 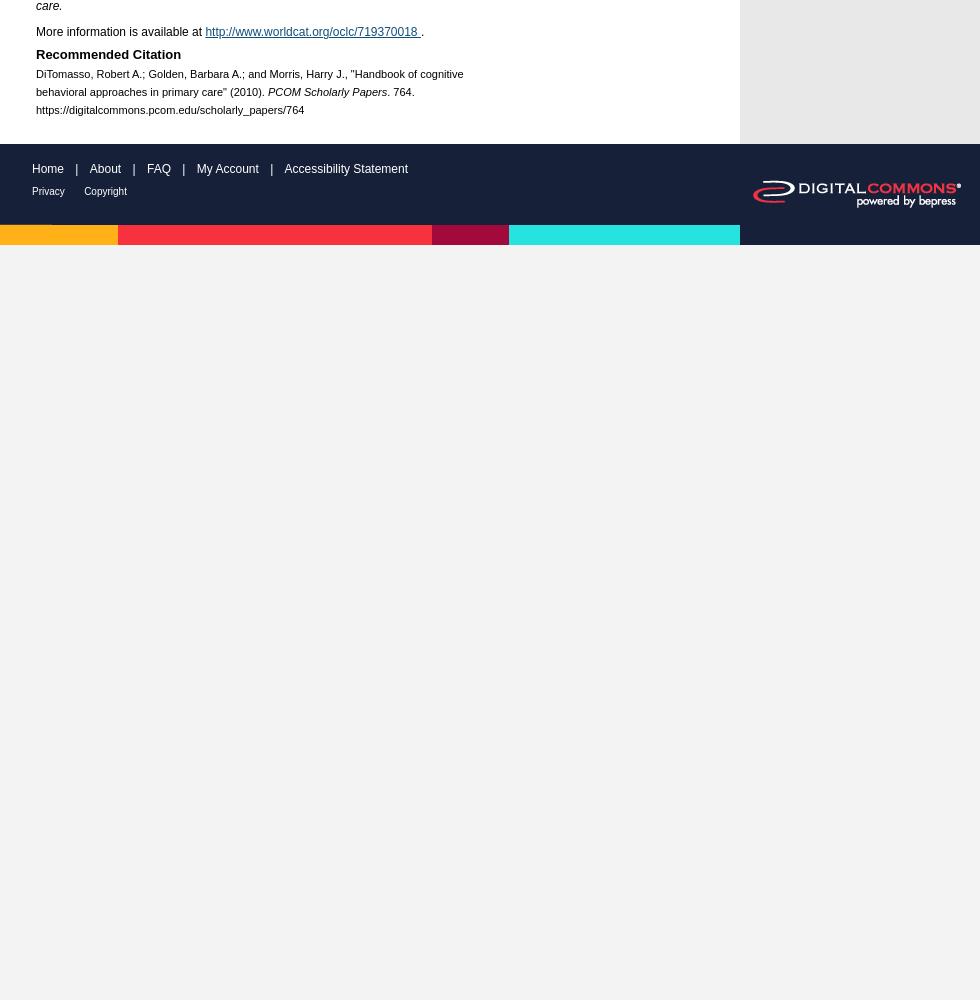 I want to click on '.', so click(x=420, y=32).